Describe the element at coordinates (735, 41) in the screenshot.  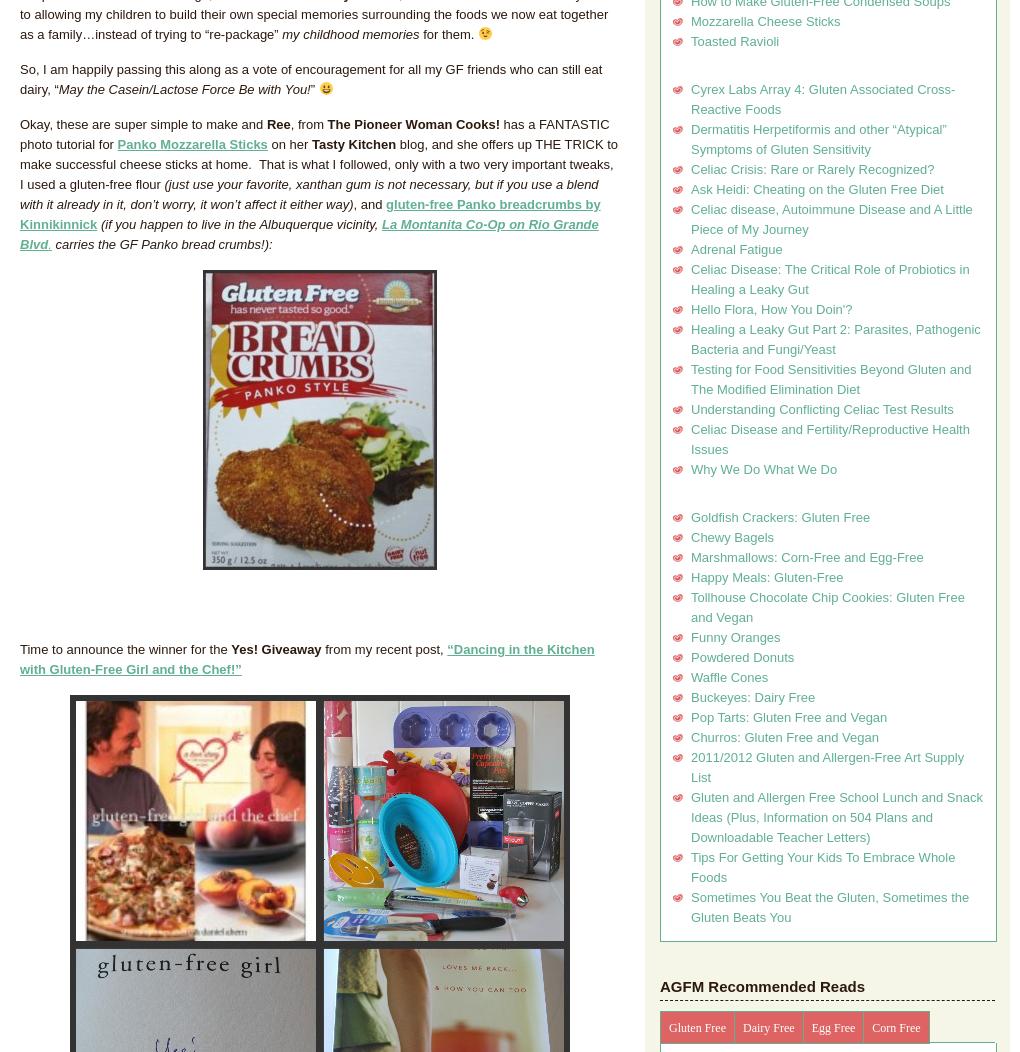
I see `'Toasted Ravioli'` at that location.